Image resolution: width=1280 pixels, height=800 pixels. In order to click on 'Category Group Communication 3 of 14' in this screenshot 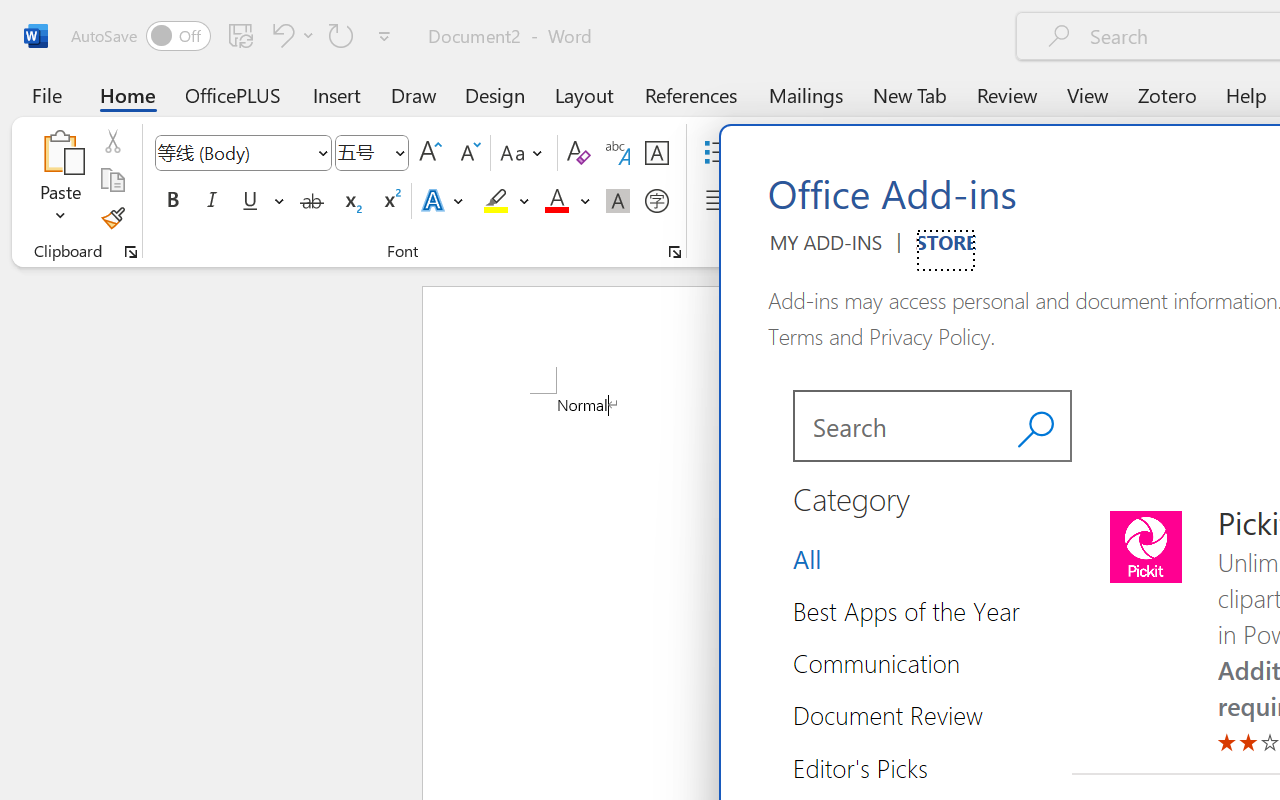, I will do `click(883, 662)`.